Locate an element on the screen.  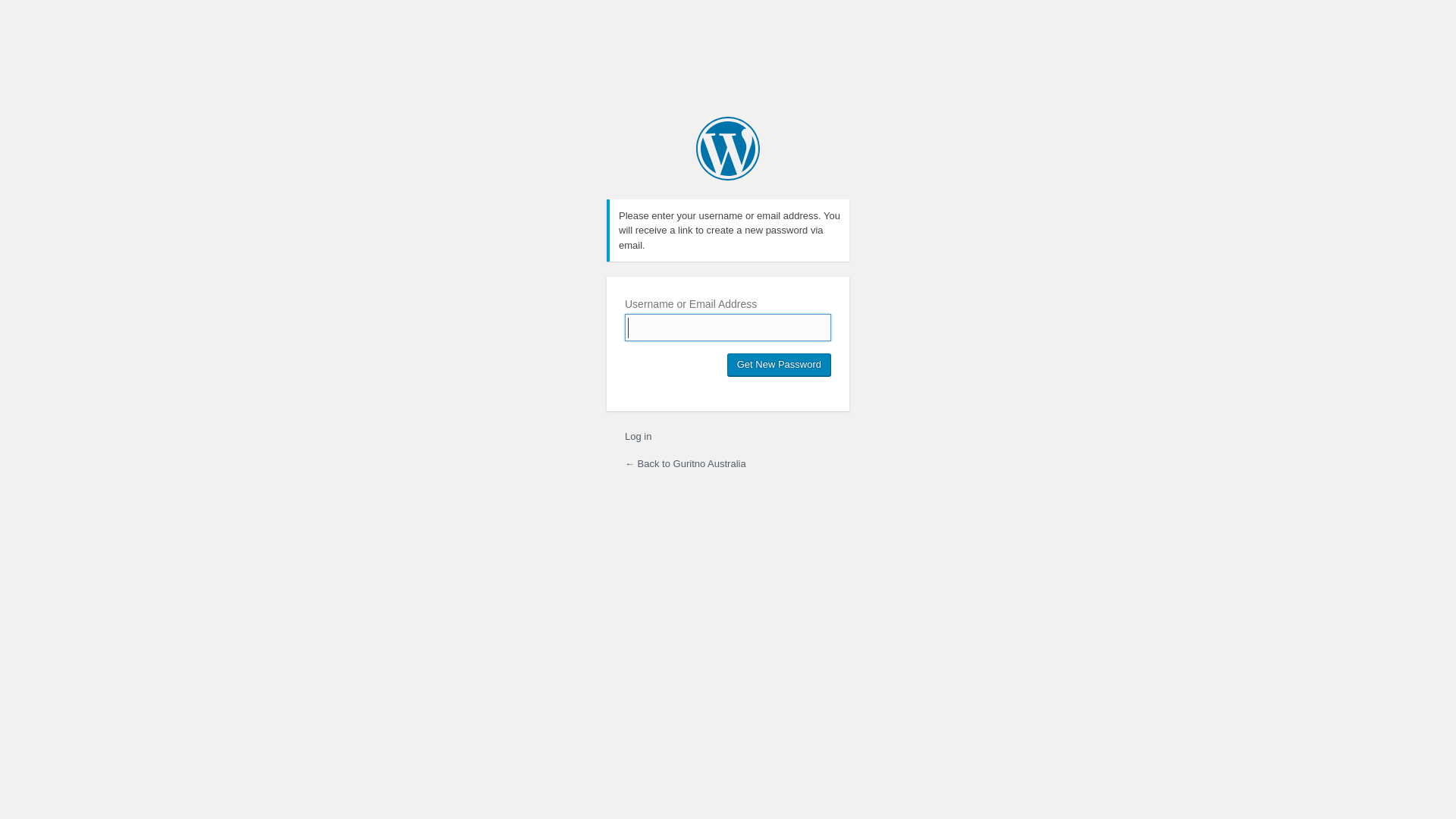
'Guritno Australia' is located at coordinates (695, 149).